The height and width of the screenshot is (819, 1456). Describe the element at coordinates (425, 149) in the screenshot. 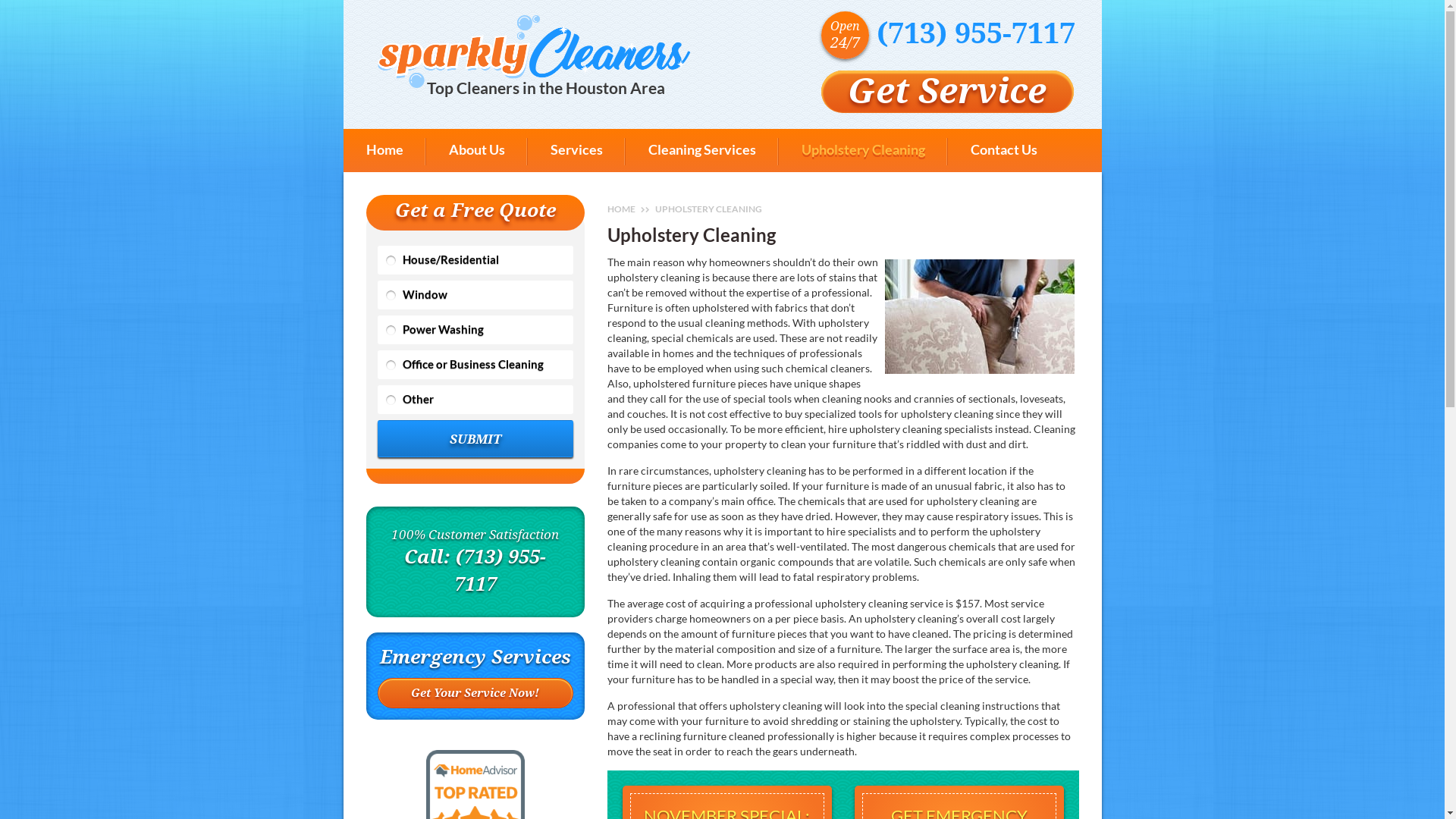

I see `'About Us'` at that location.